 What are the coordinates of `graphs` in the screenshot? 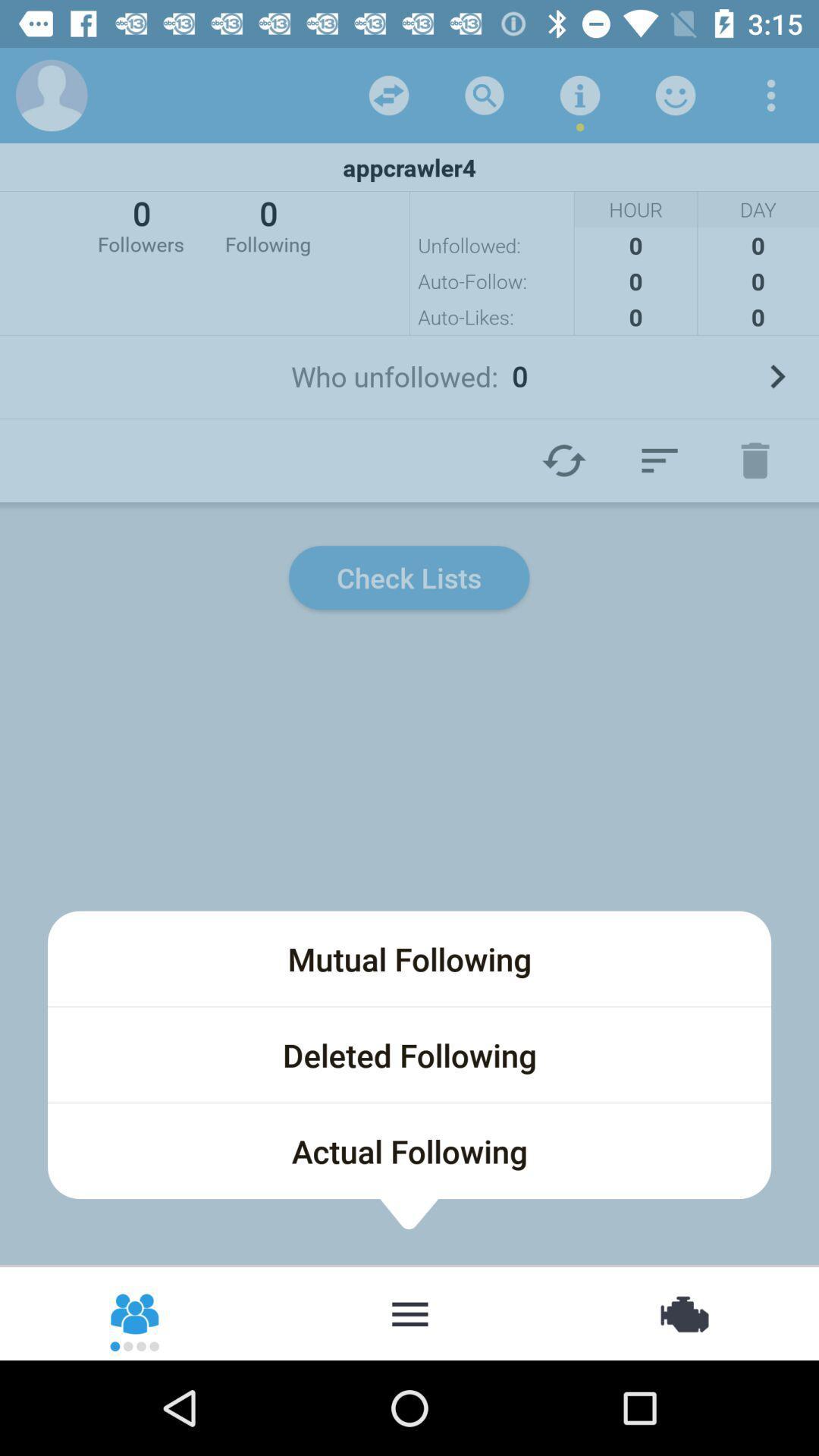 It's located at (659, 460).